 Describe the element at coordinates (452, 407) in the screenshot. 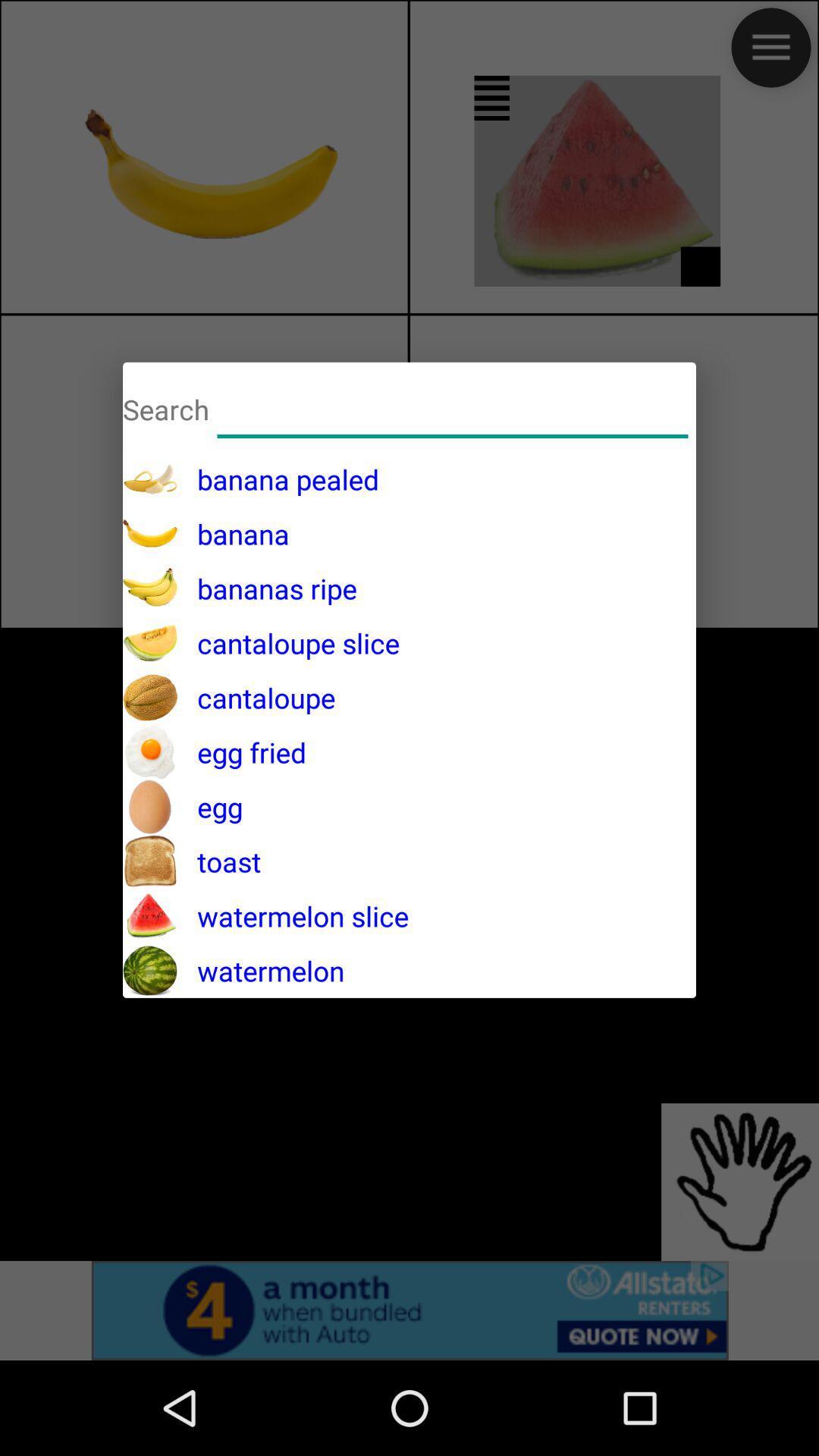

I see `search options` at that location.